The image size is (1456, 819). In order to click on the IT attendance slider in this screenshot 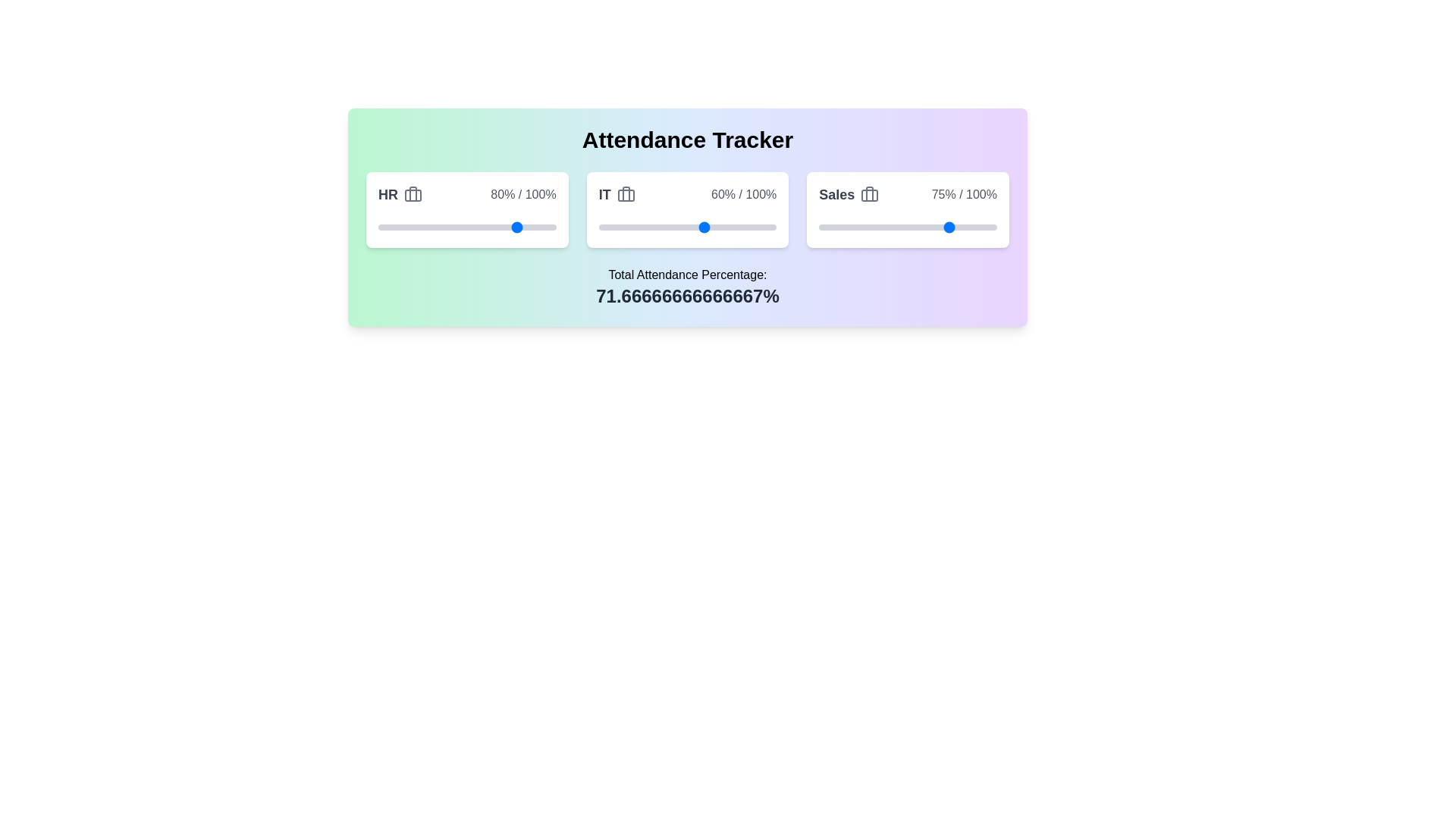, I will do `click(708, 227)`.